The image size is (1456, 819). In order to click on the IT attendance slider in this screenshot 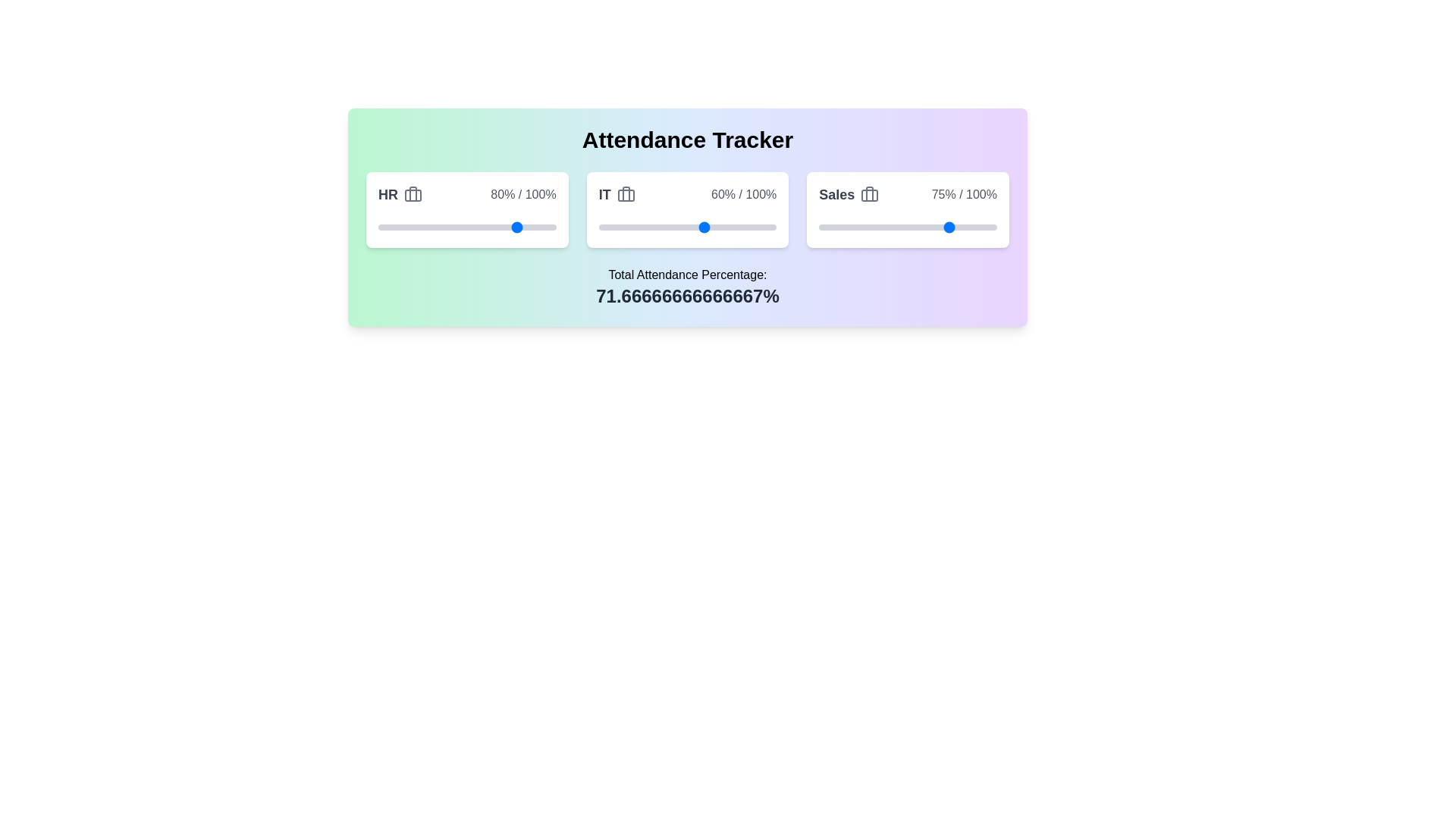, I will do `click(708, 227)`.